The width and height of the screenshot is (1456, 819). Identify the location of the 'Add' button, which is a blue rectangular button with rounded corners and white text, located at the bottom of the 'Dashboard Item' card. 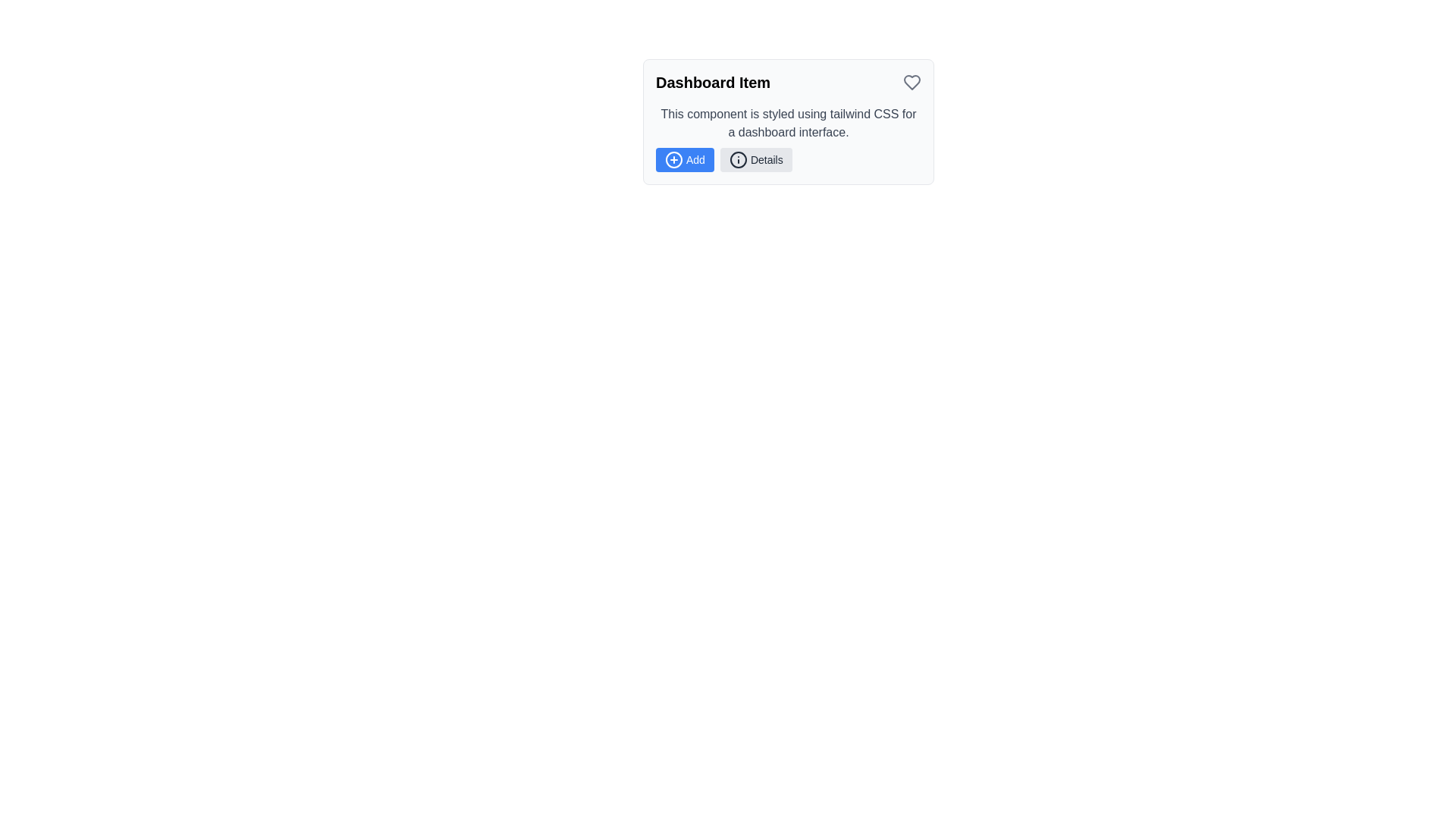
(684, 160).